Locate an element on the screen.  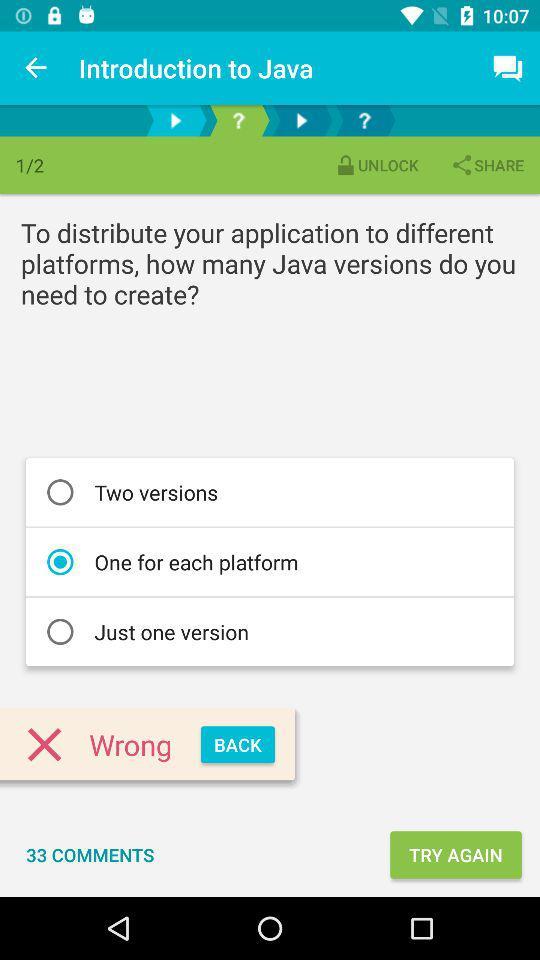
item to the left of the introduction to java is located at coordinates (36, 68).